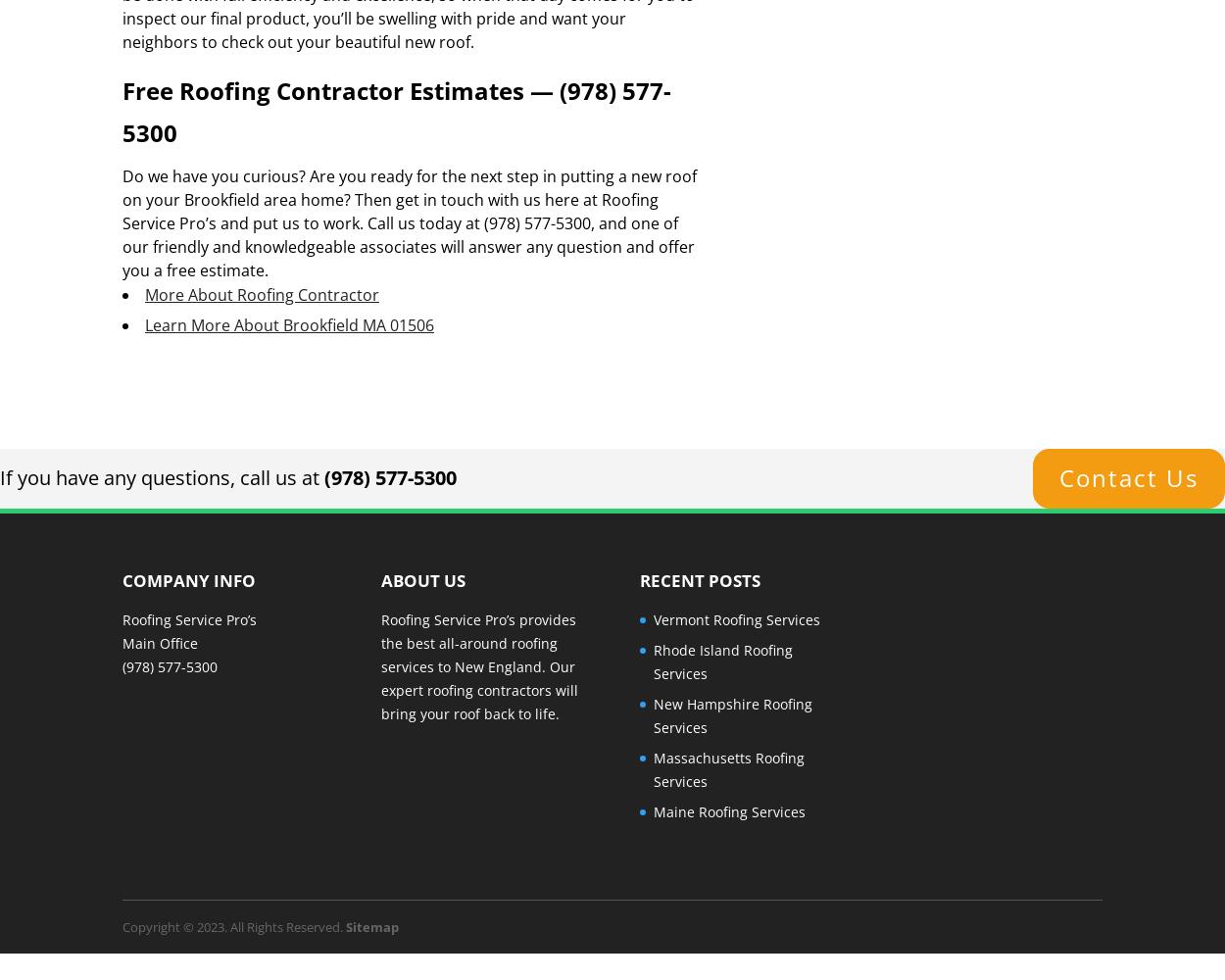 The width and height of the screenshot is (1225, 980). Describe the element at coordinates (397, 111) in the screenshot. I see `'Free Roofing Contractor Estimates — (978) 577-5300'` at that location.